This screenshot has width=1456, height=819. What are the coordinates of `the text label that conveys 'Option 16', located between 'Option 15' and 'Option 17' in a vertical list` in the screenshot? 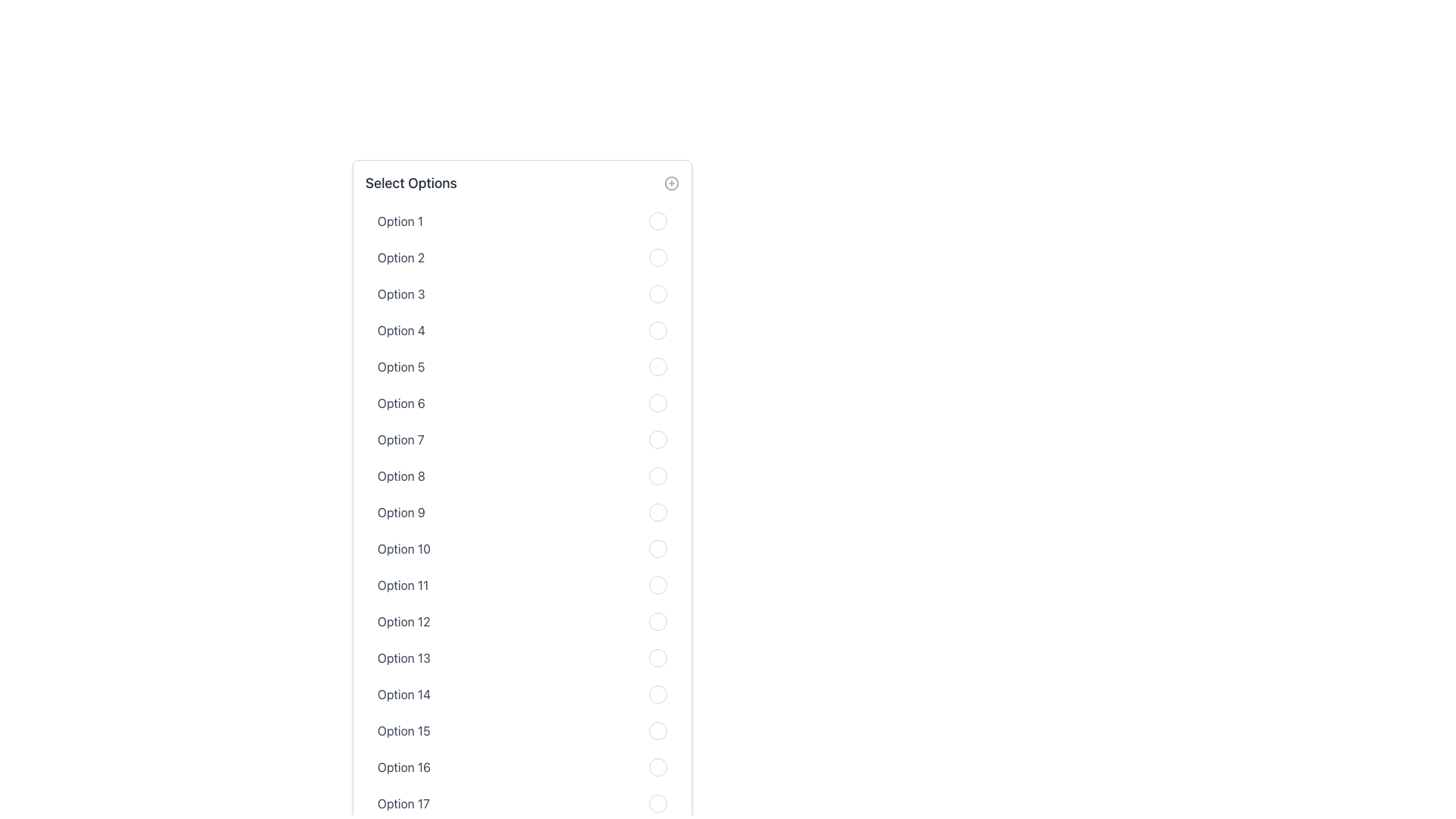 It's located at (403, 767).